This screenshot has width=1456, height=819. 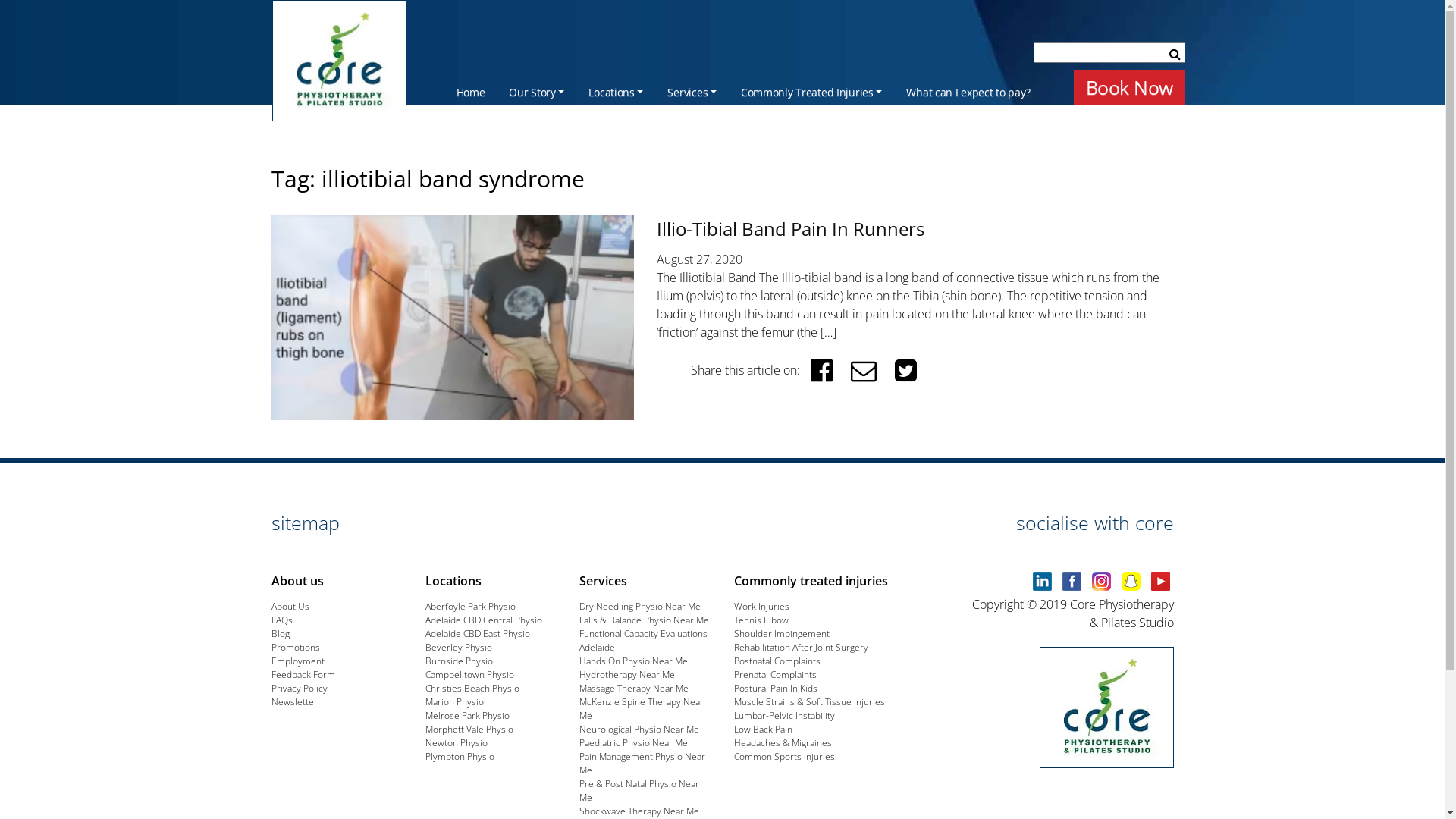 What do you see at coordinates (784, 756) in the screenshot?
I see `'Common Sports Injuries'` at bounding box center [784, 756].